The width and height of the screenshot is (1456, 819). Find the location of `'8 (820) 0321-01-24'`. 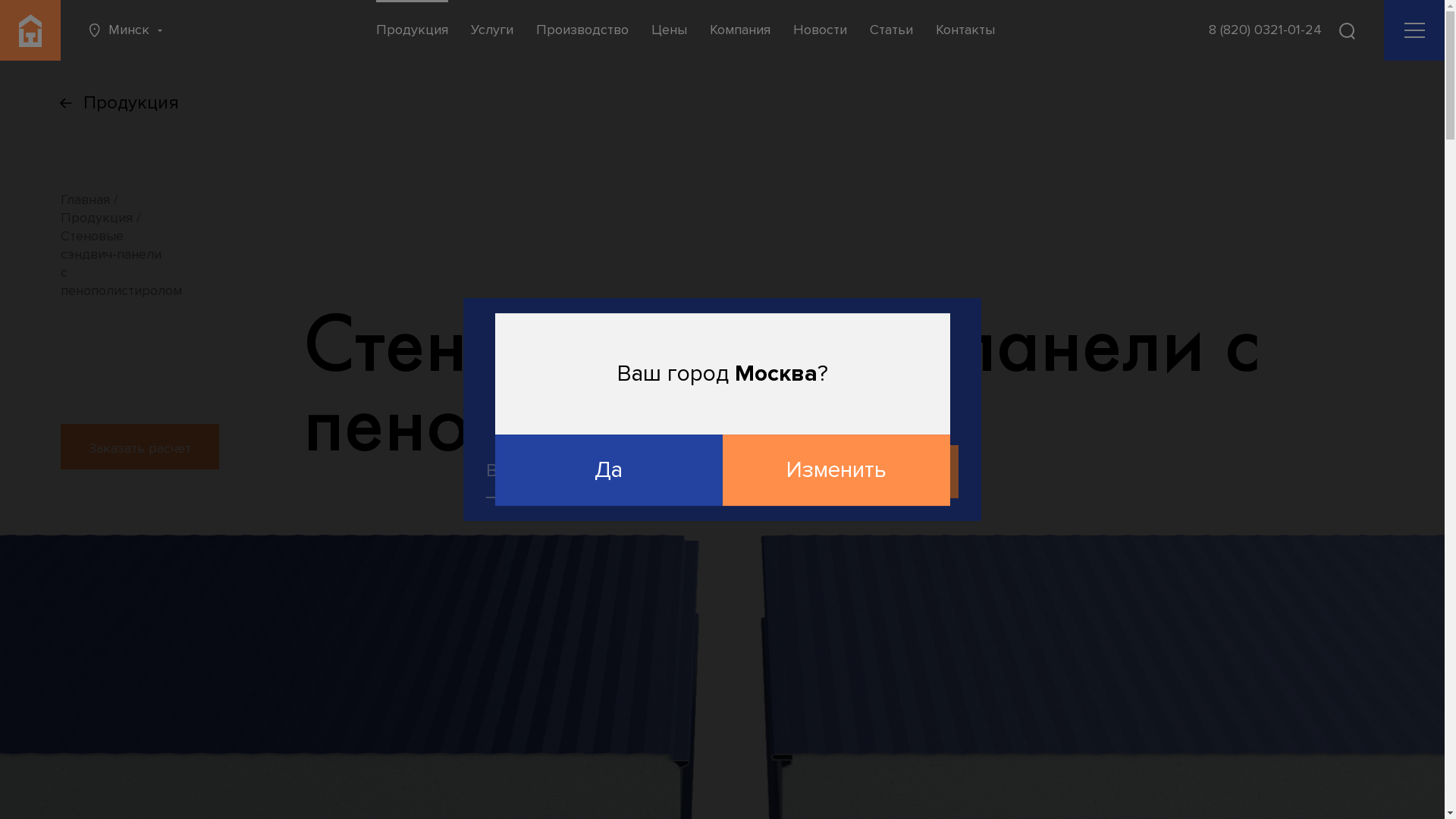

'8 (820) 0321-01-24' is located at coordinates (1207, 30).